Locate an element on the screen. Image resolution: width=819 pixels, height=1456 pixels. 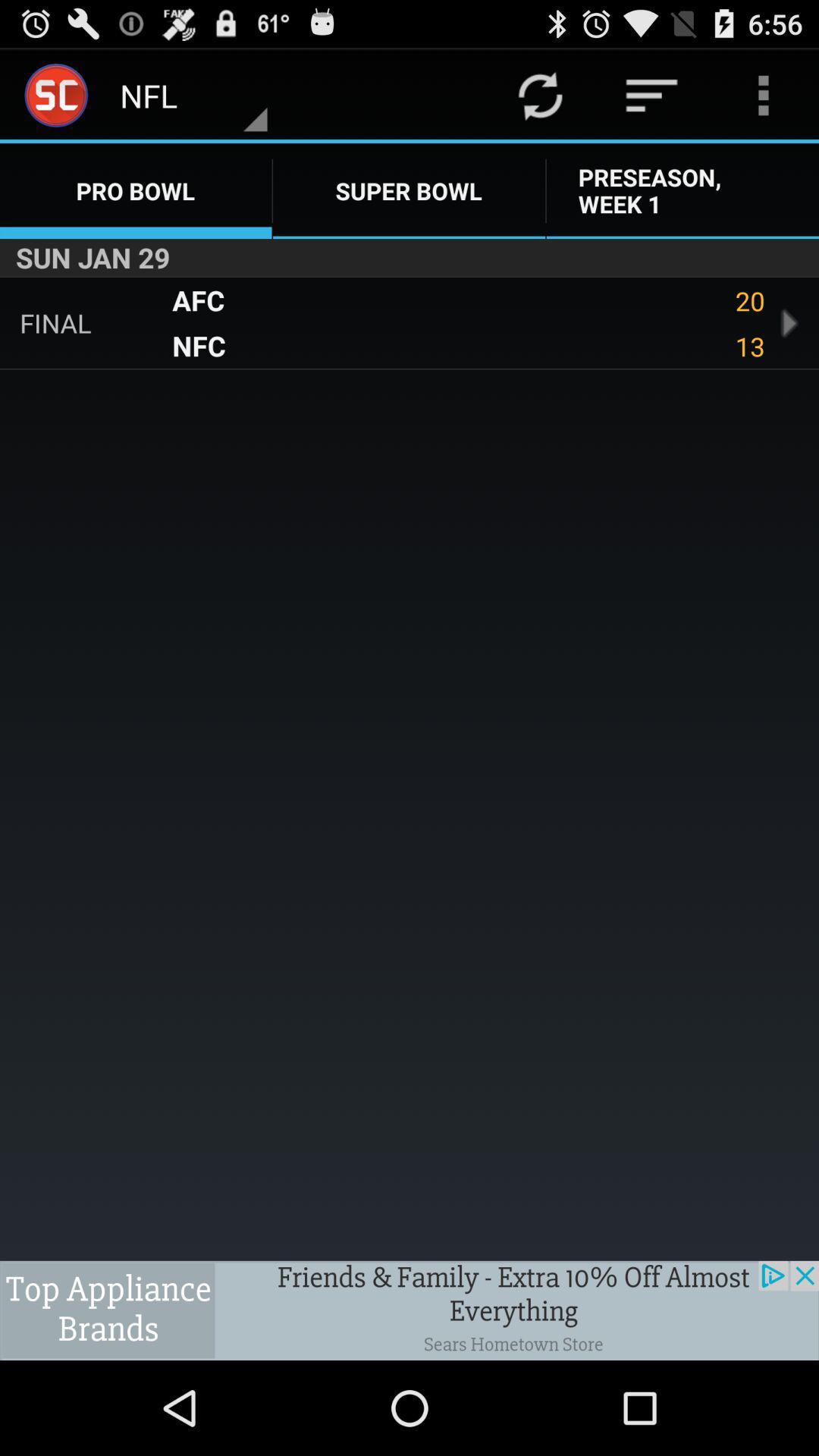
for add is located at coordinates (409, 1310).